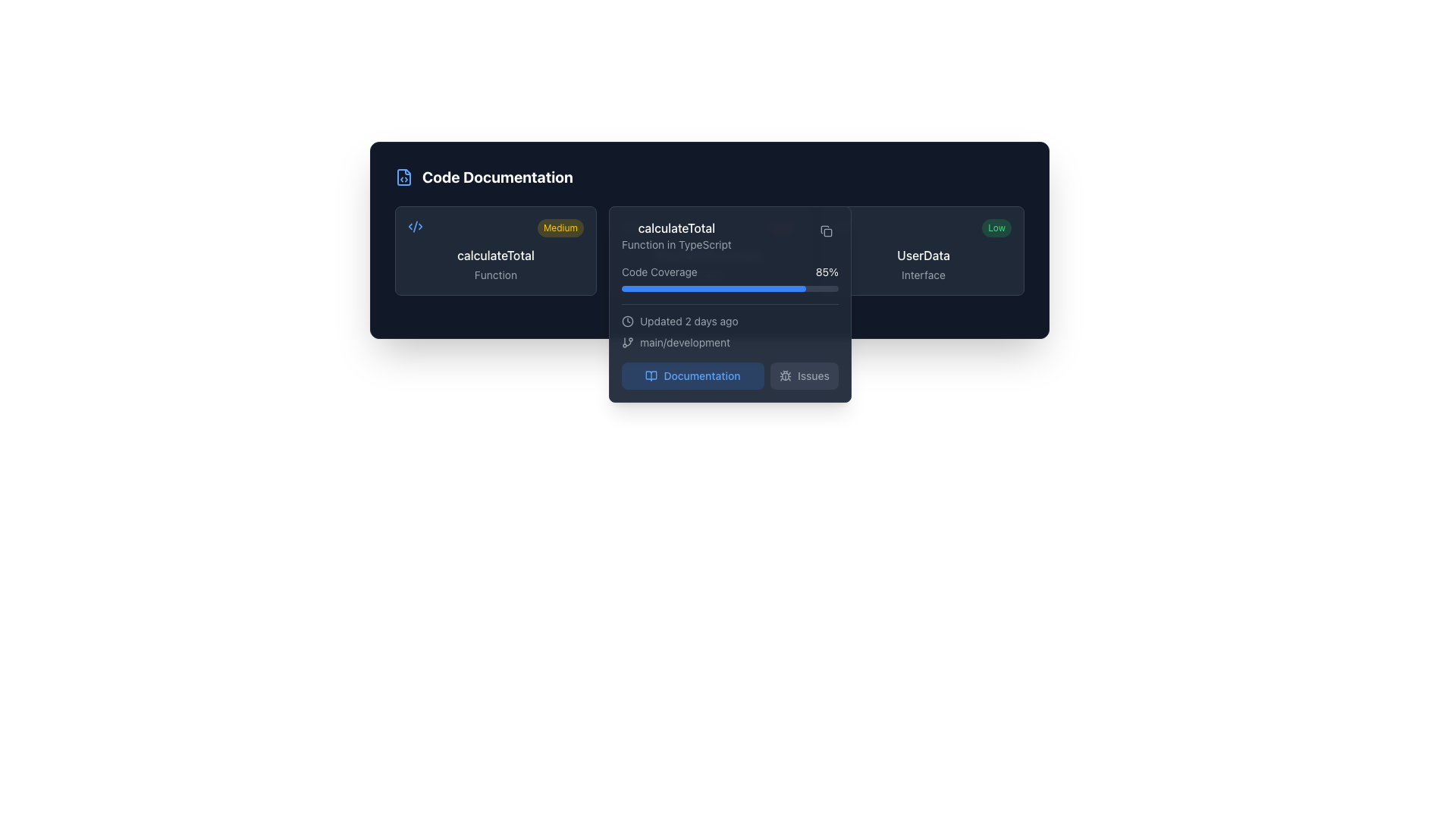 The image size is (1456, 819). Describe the element at coordinates (730, 278) in the screenshot. I see `the Progress bar that visually represents the code coverage metric, positioned within the widget detailing a TypeScript function's information, located under the function's title and description` at that location.